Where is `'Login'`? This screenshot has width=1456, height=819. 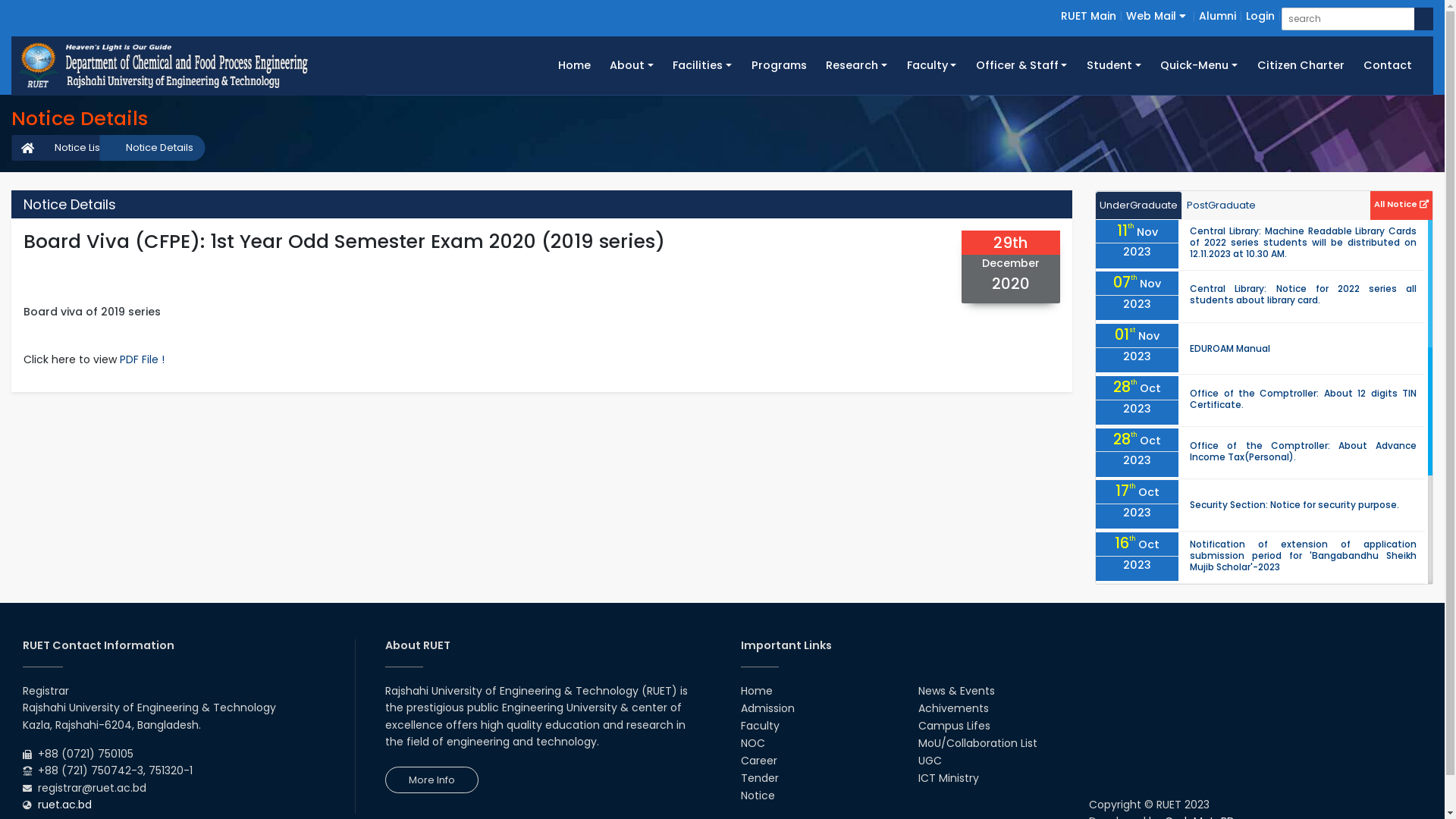 'Login' is located at coordinates (1260, 15).